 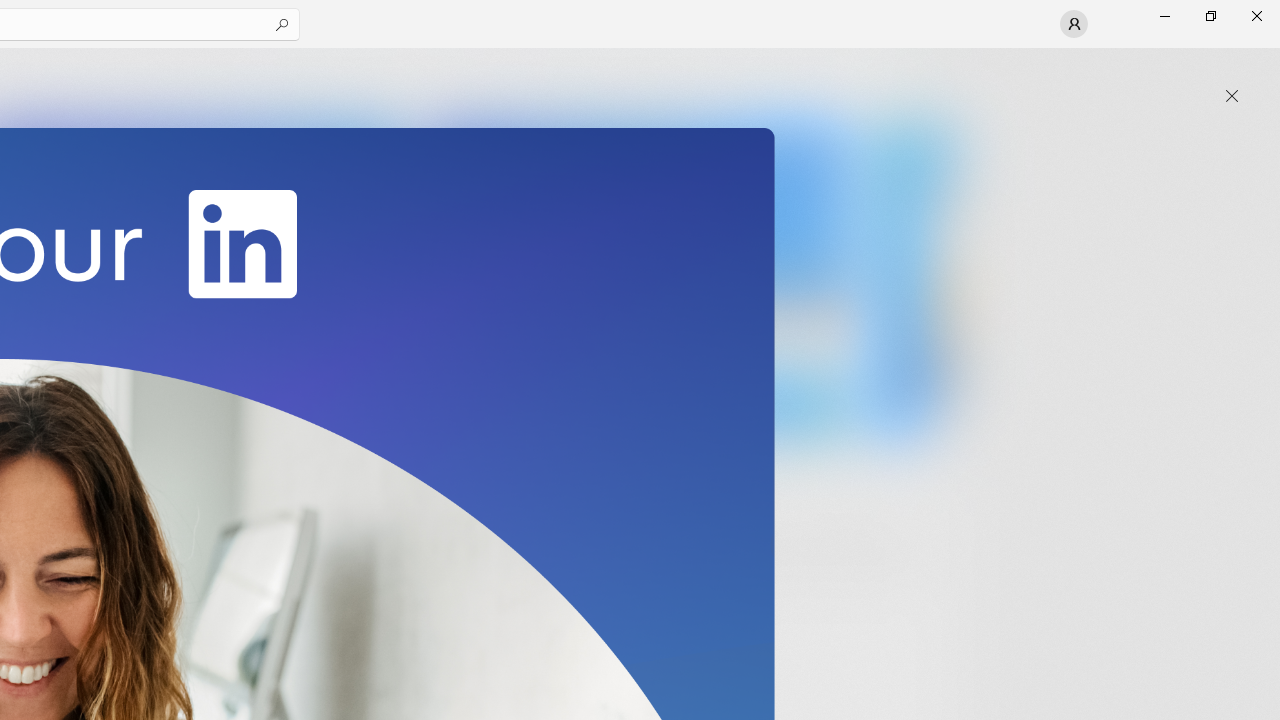 I want to click on 'close popup window', so click(x=1231, y=96).